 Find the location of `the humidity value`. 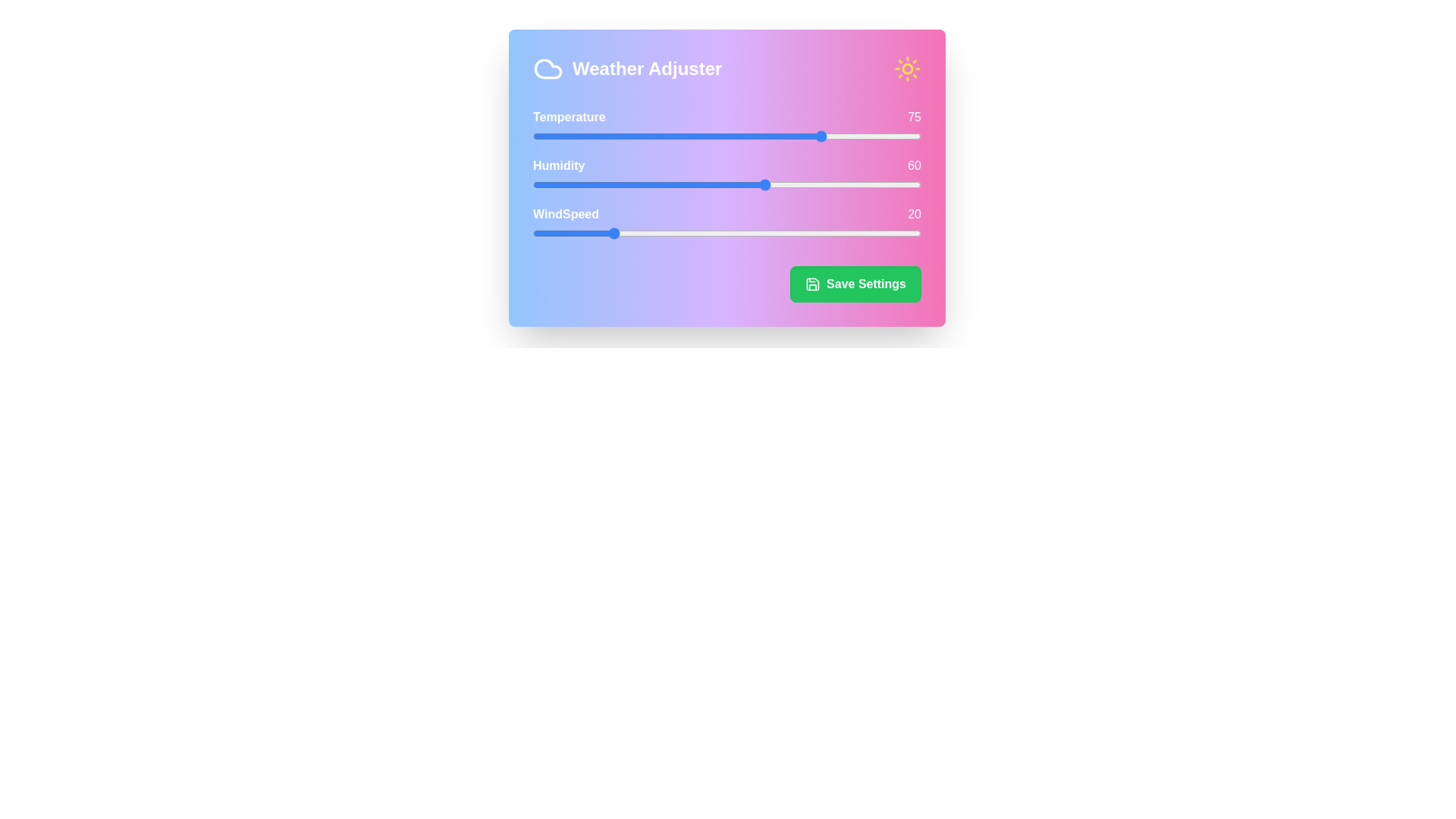

the humidity value is located at coordinates (789, 184).